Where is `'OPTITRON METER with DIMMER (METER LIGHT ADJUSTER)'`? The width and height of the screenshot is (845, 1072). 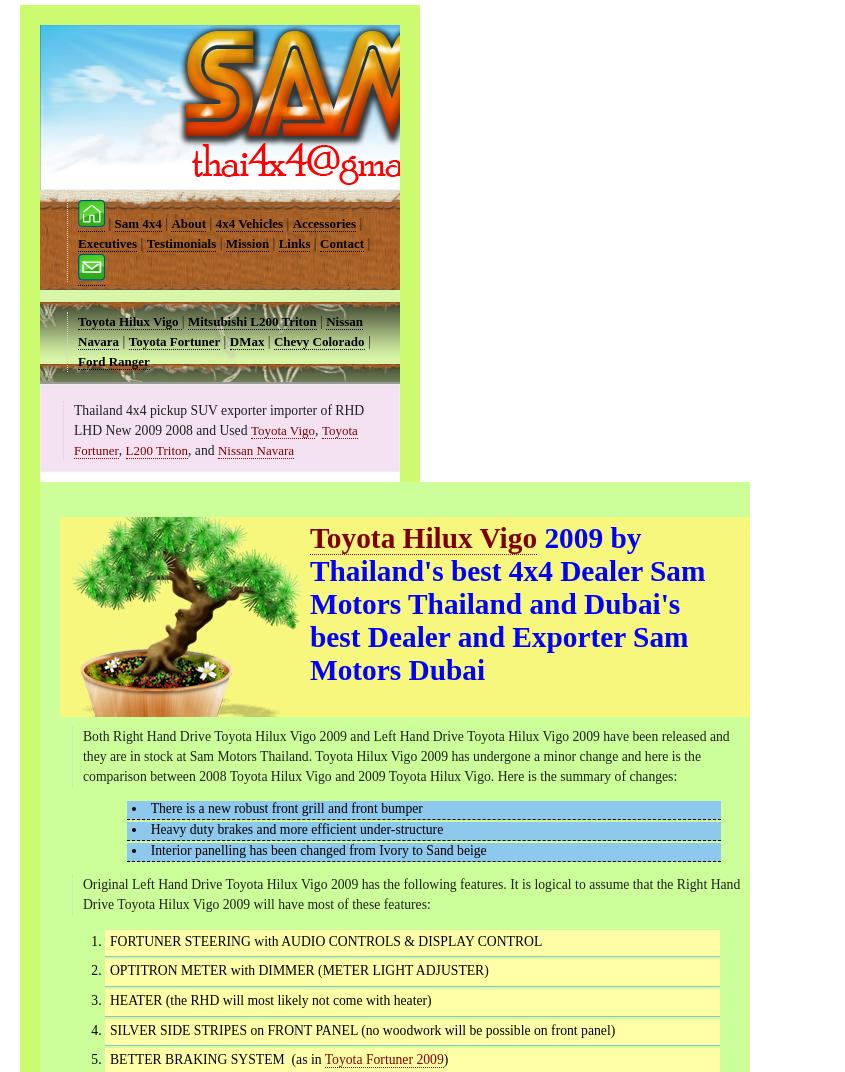 'OPTITRON METER with DIMMER (METER LIGHT ADJUSTER)' is located at coordinates (298, 969).